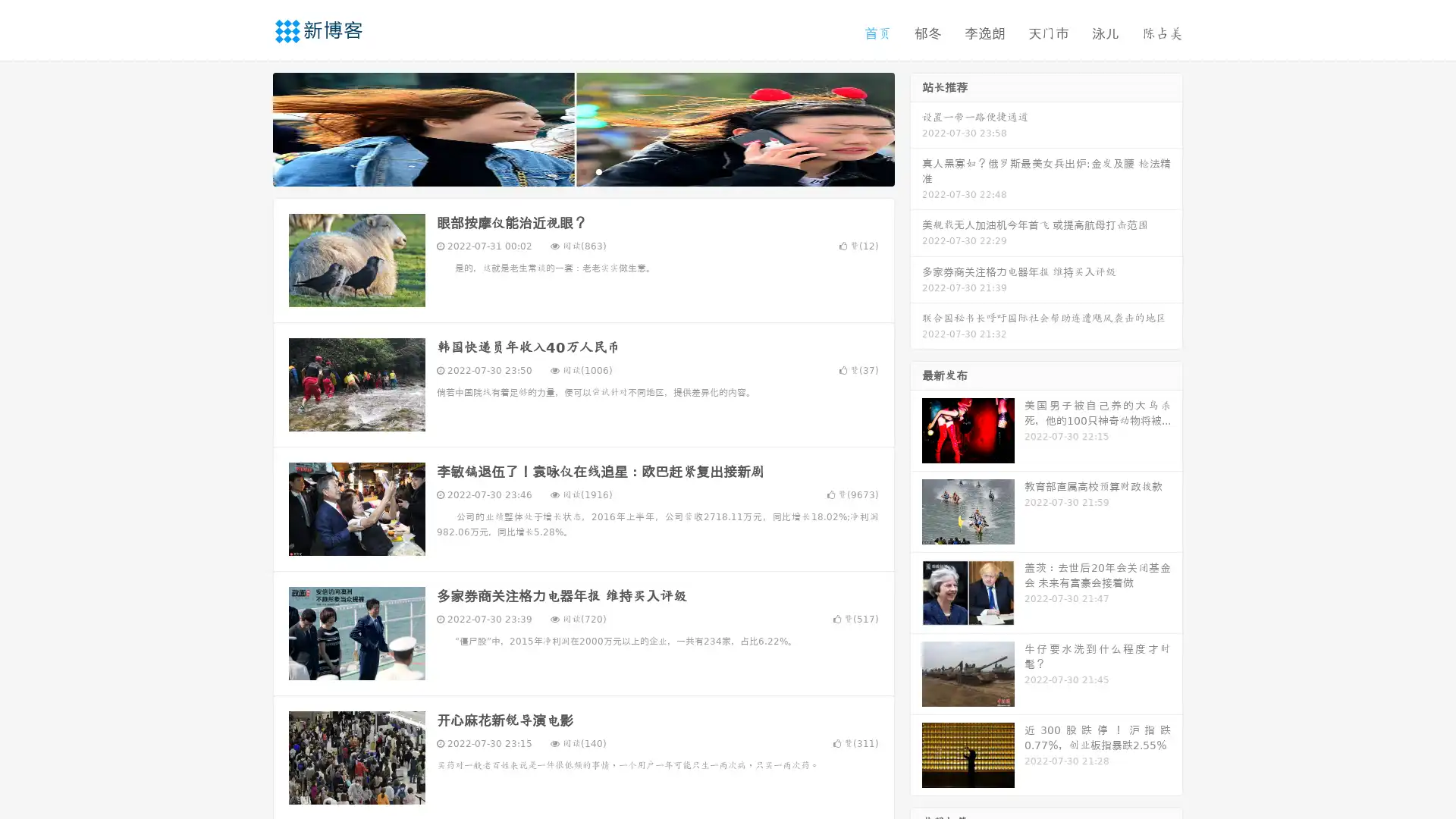  Describe the element at coordinates (598, 171) in the screenshot. I see `Go to slide 3` at that location.